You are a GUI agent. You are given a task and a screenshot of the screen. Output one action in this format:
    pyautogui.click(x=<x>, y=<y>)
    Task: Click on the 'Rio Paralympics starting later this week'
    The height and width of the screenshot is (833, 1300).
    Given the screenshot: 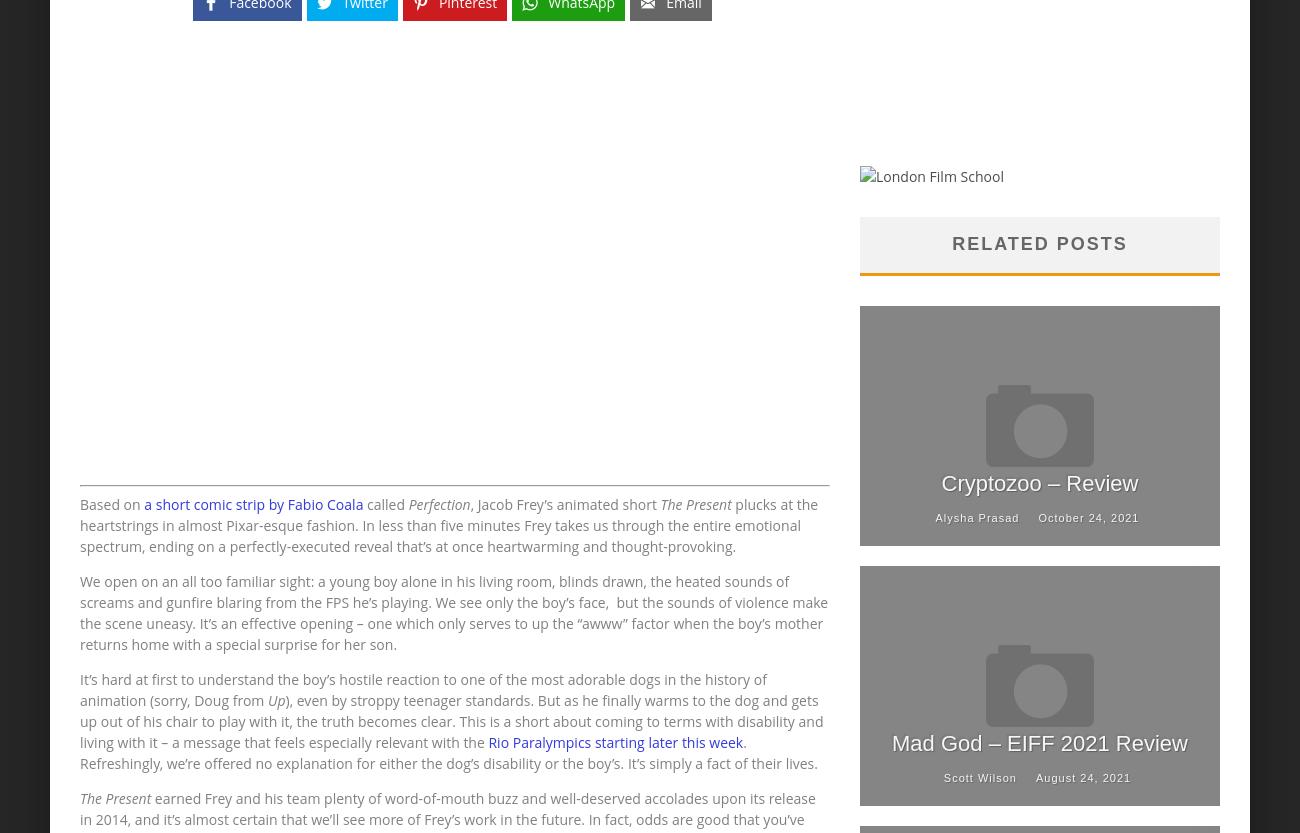 What is the action you would take?
    pyautogui.click(x=615, y=742)
    